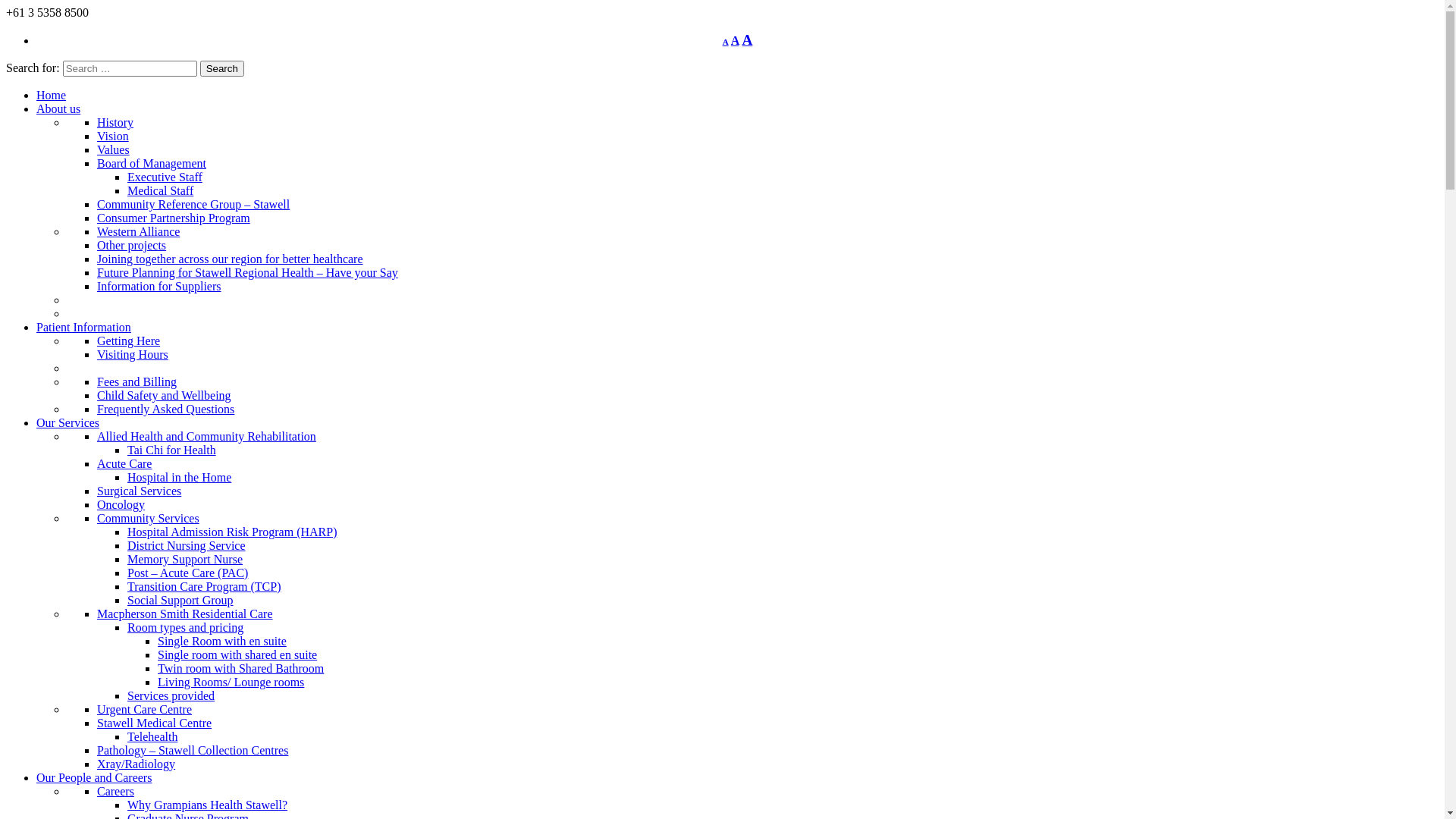 This screenshot has height=819, width=1456. I want to click on 'Search', so click(221, 68).